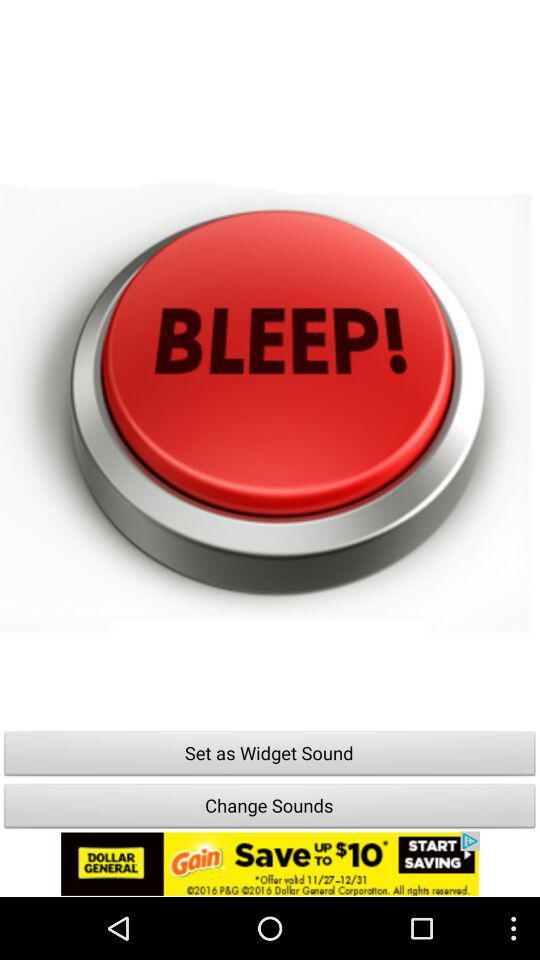  Describe the element at coordinates (270, 863) in the screenshot. I see `the advertisement` at that location.